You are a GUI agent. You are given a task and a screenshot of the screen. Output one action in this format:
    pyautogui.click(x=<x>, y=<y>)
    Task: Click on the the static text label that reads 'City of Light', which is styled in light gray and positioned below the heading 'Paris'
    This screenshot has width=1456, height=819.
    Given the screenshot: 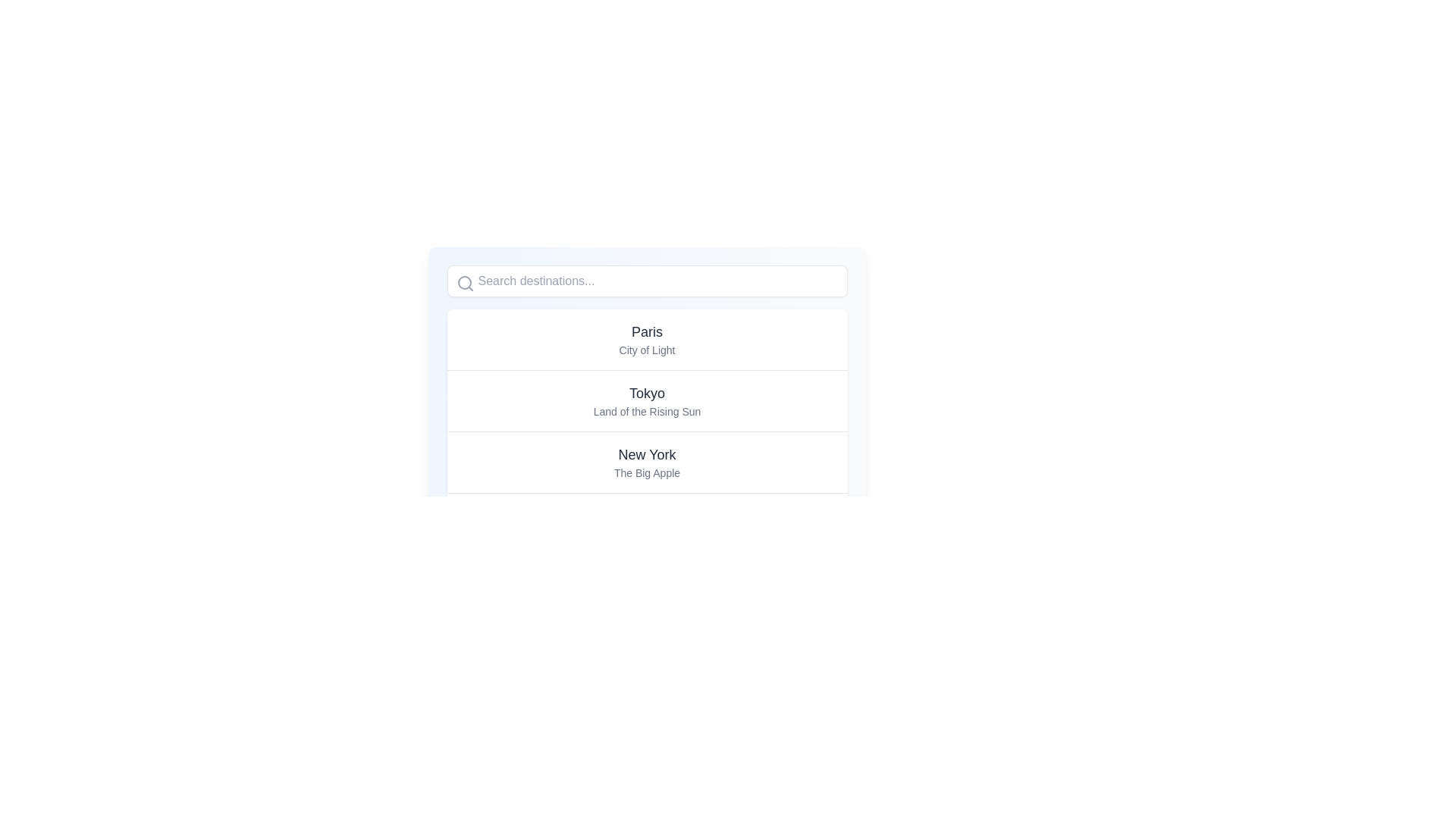 What is the action you would take?
    pyautogui.click(x=647, y=350)
    